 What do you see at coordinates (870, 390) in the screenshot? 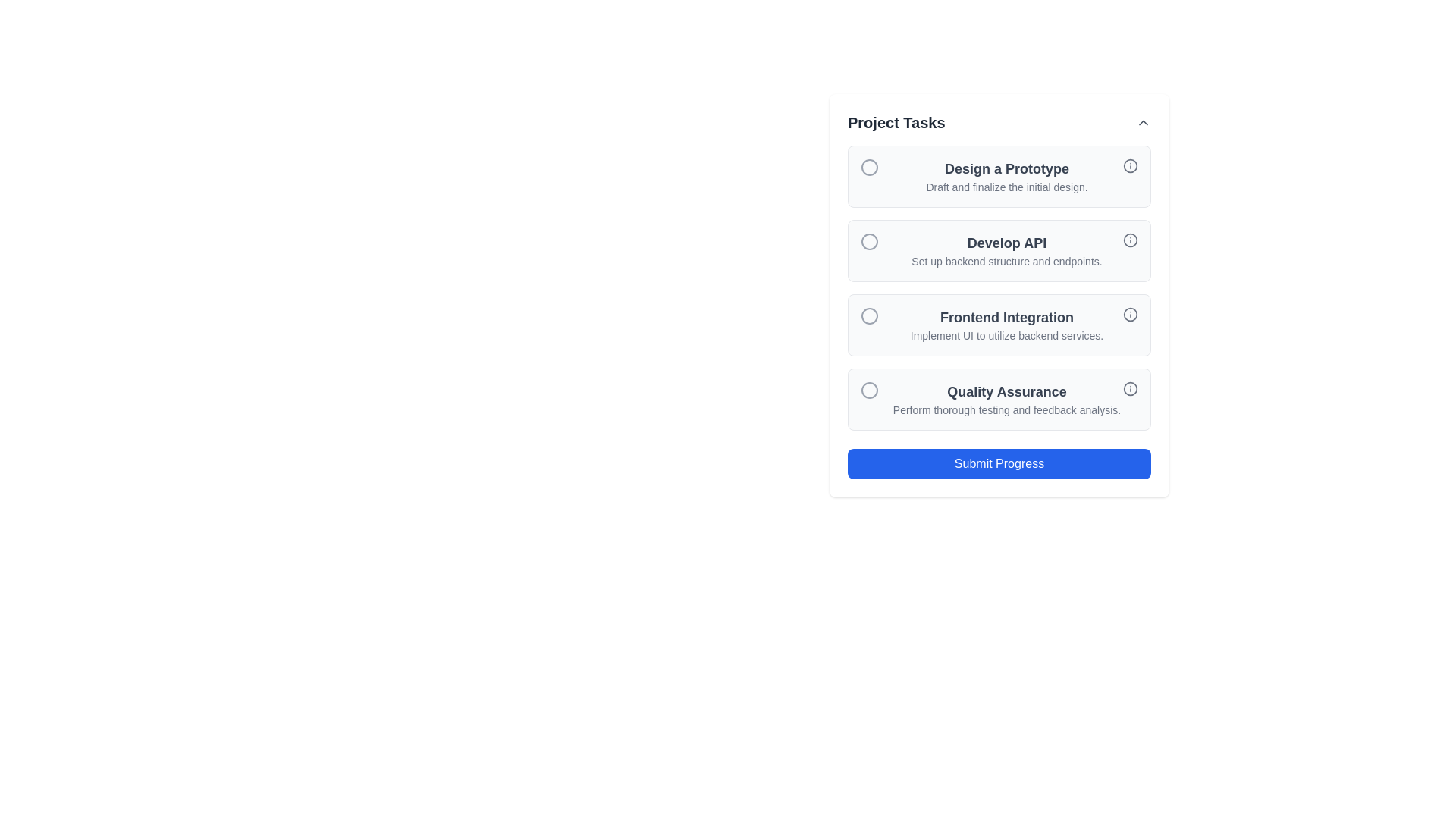
I see `the Circle indicator associated with the 'Quality Assurance' task in the 'Project Tasks' list to trigger the tooltip or hover effect` at bounding box center [870, 390].